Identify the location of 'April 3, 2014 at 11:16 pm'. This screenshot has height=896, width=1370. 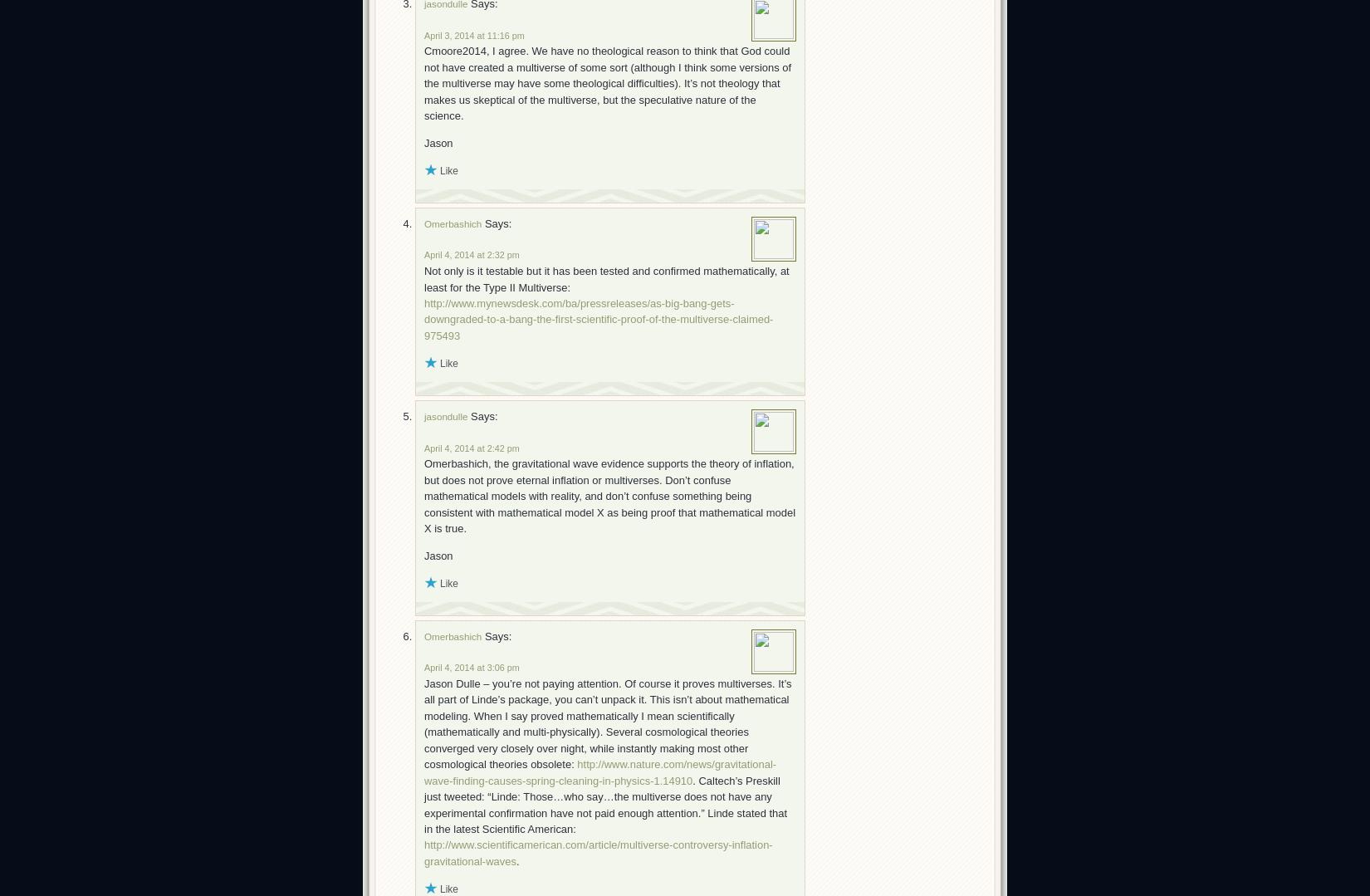
(473, 34).